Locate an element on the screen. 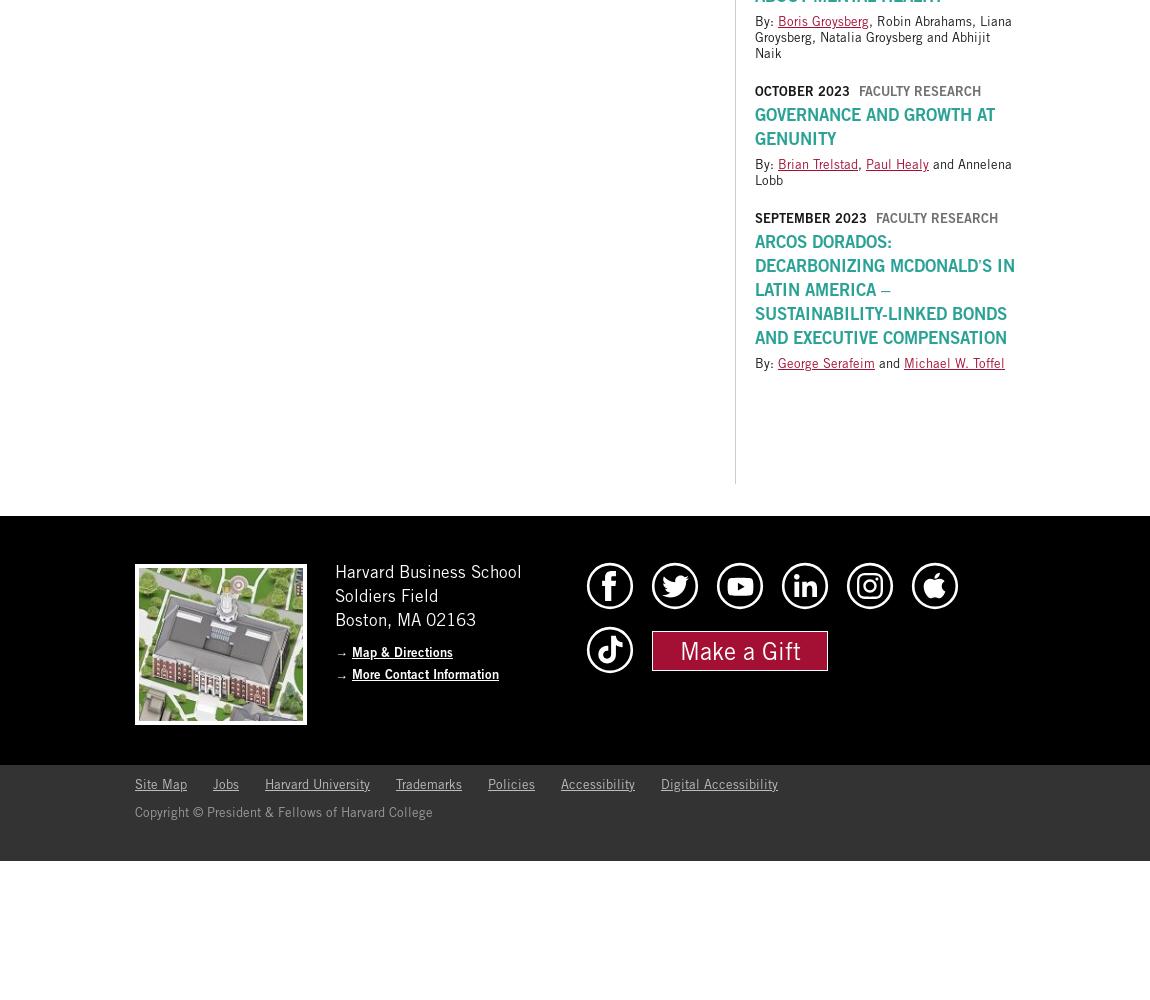 This screenshot has width=1150, height=1000. 'Boris Groysberg' is located at coordinates (776, 21).